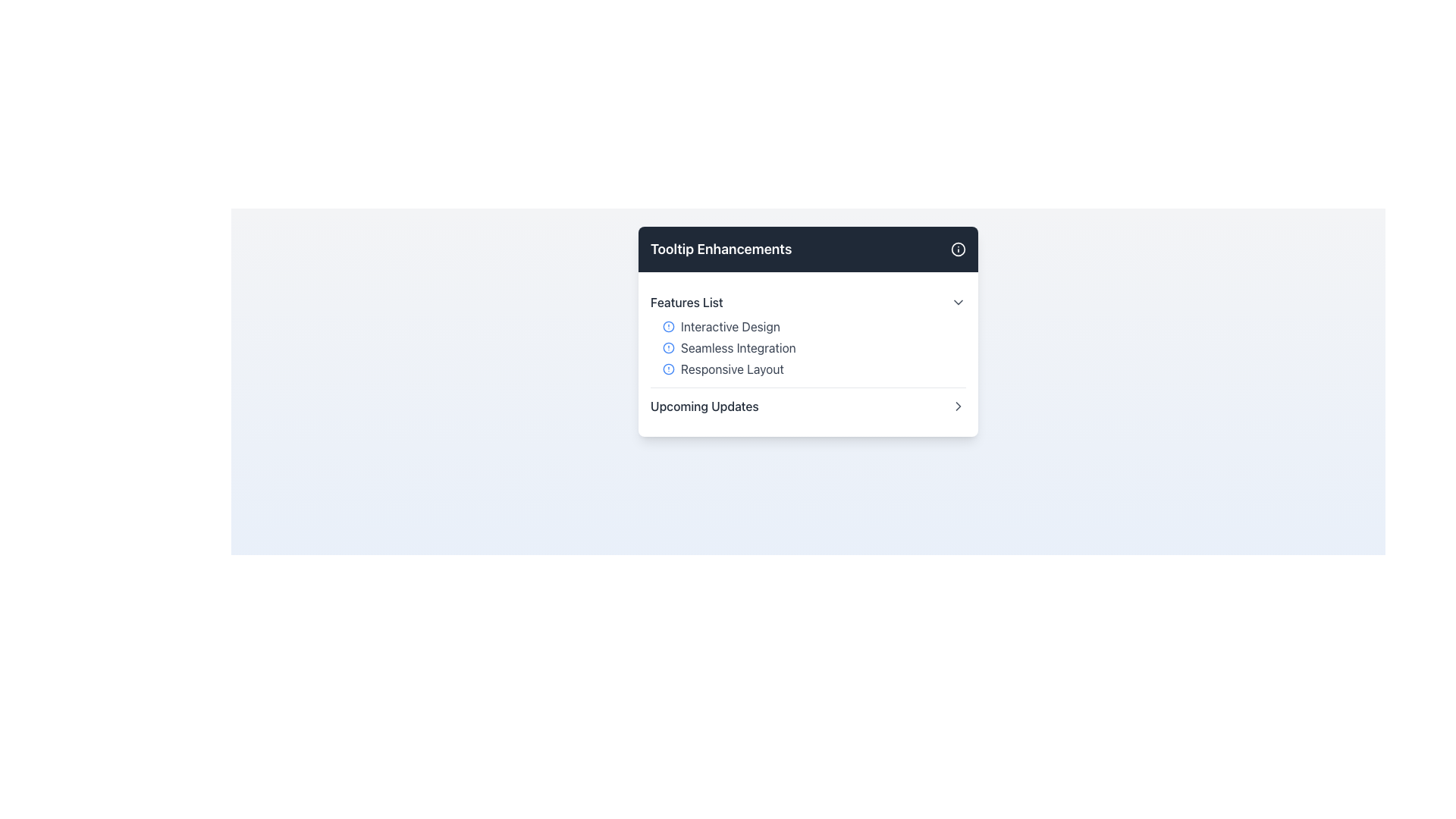  What do you see at coordinates (957, 248) in the screenshot?
I see `SVG graphic circle element, which is part of the information icon located at the top-right corner of the 'Tooltip Enhancements' card` at bounding box center [957, 248].